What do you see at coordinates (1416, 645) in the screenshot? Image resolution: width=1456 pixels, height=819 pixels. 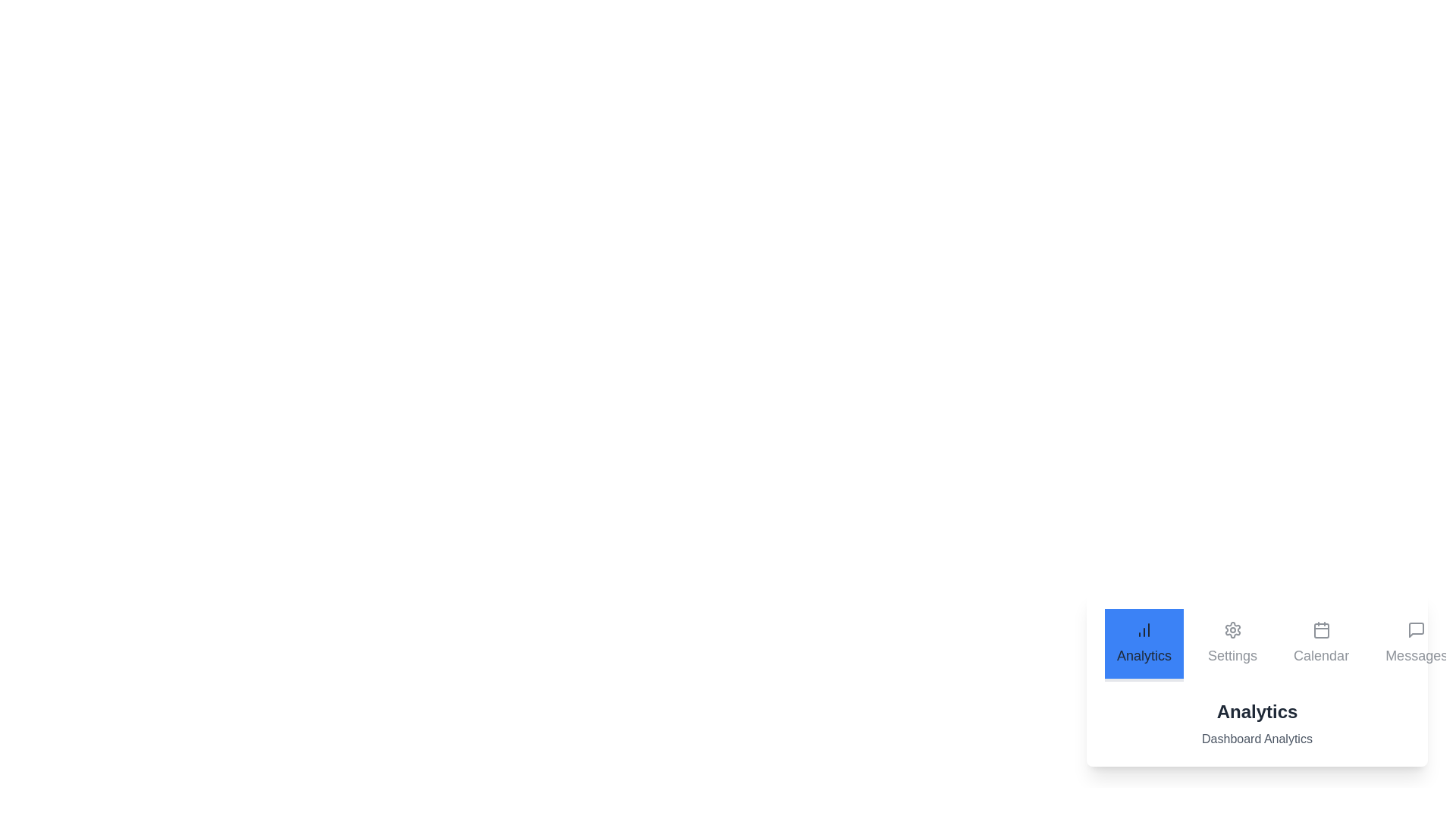 I see `the Messages tab to observe its content` at bounding box center [1416, 645].